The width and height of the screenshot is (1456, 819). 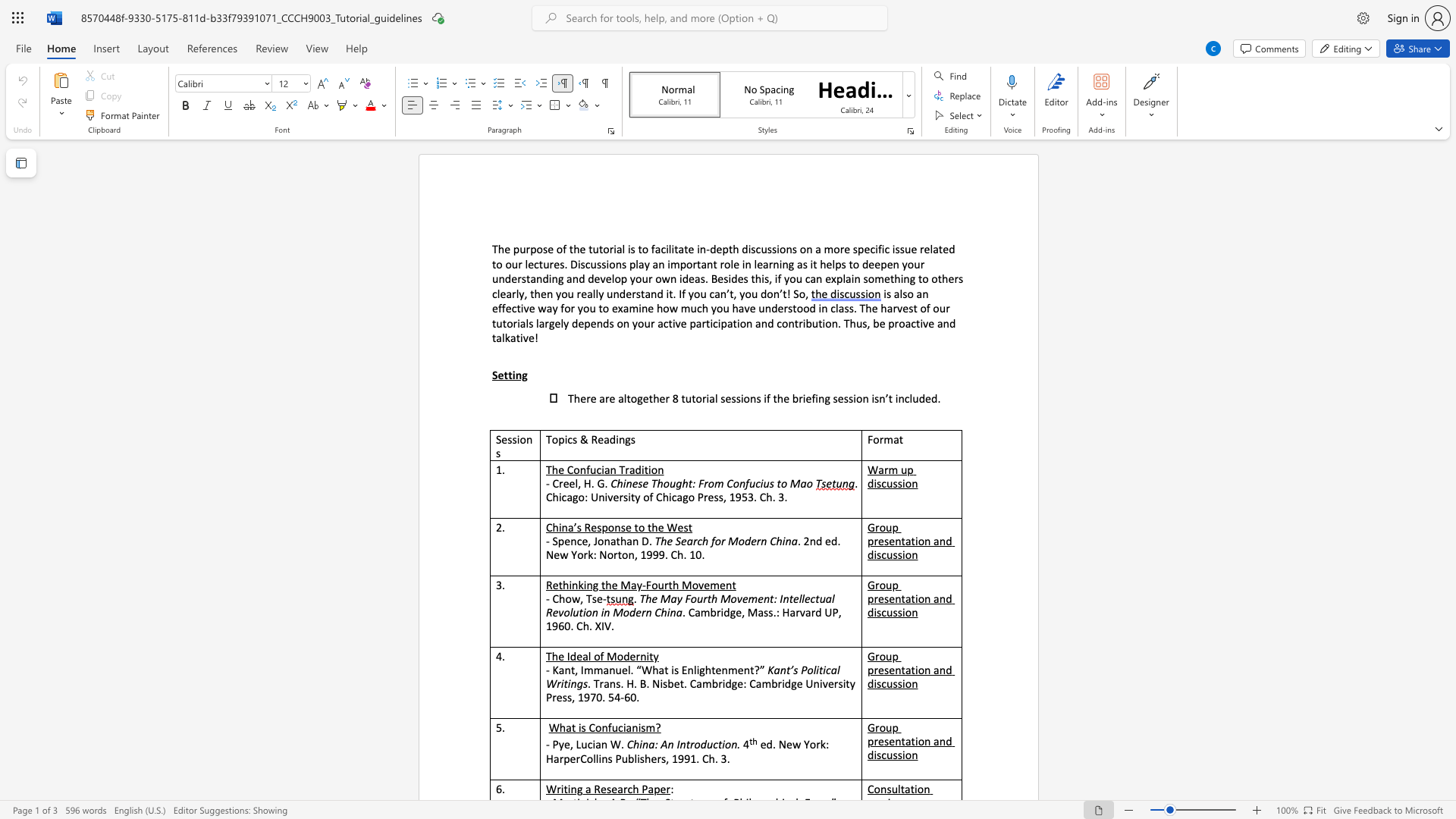 I want to click on the subset text "tatio" within the text "Group presentation and discussion", so click(x=901, y=540).